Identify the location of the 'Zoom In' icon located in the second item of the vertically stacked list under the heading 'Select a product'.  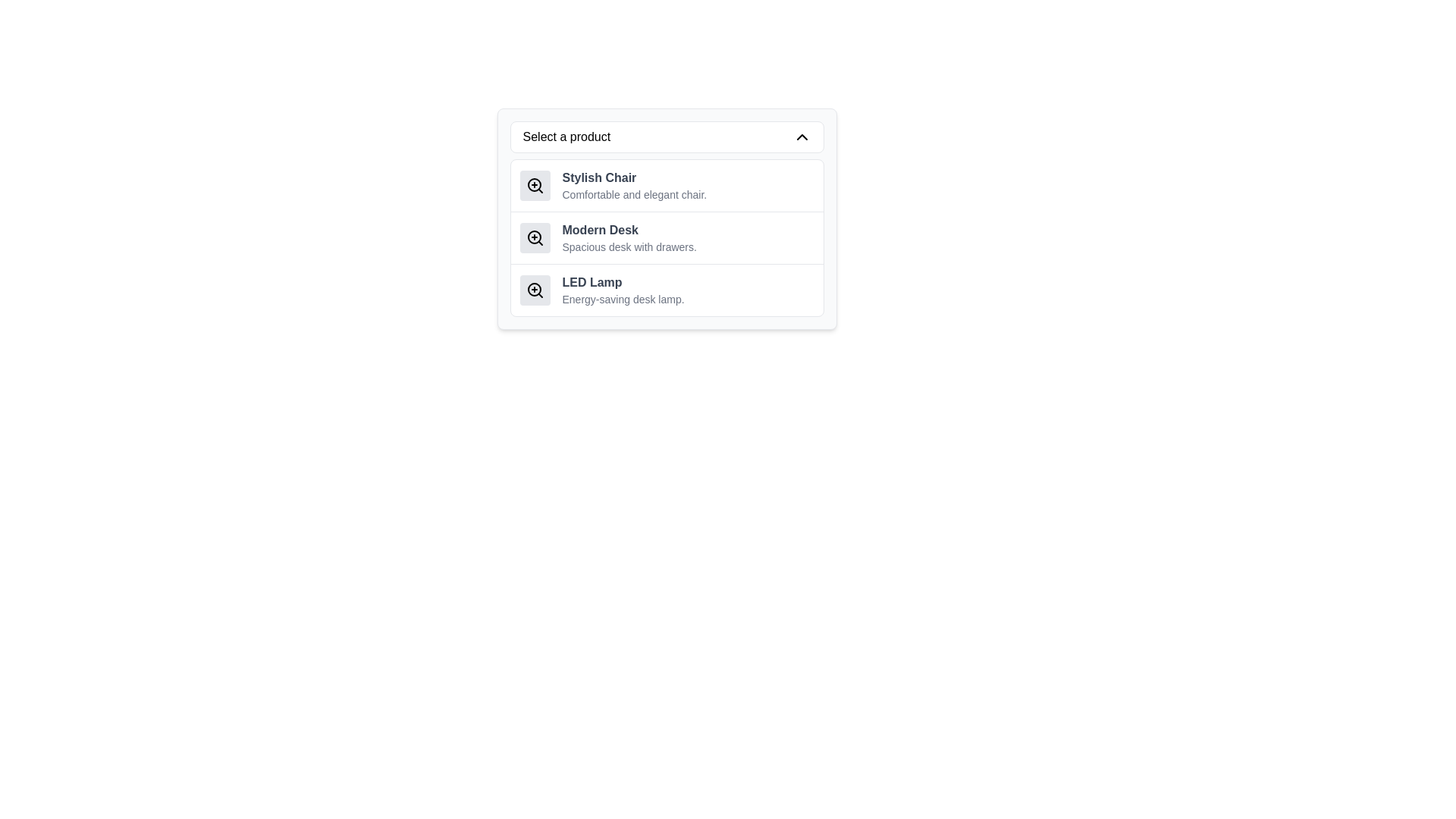
(535, 237).